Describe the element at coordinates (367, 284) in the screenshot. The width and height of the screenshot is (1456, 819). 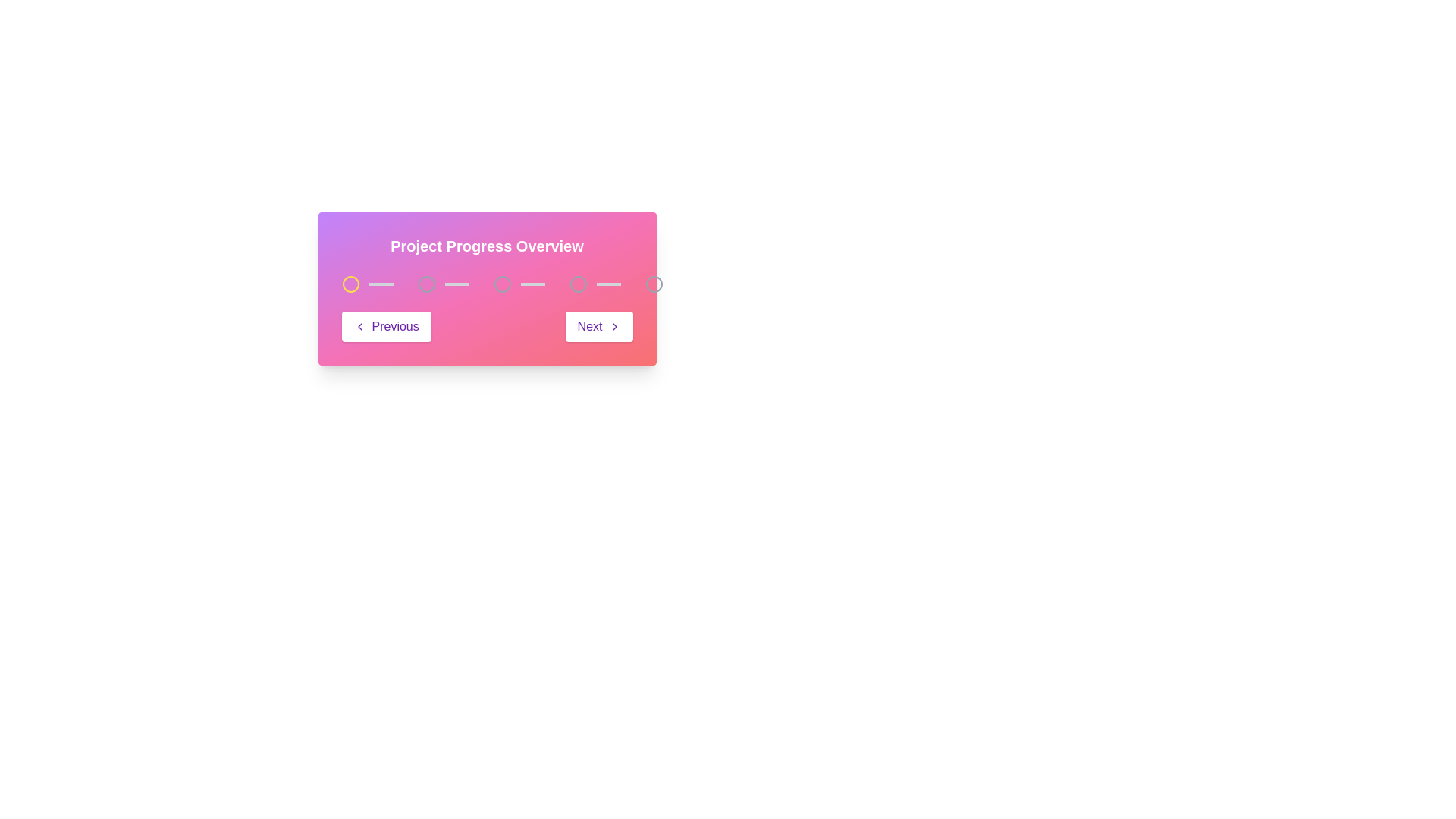
I see `the first circular progress step indicator with a yellow border and filled center, which is part of a horizontal step progression indicator` at that location.